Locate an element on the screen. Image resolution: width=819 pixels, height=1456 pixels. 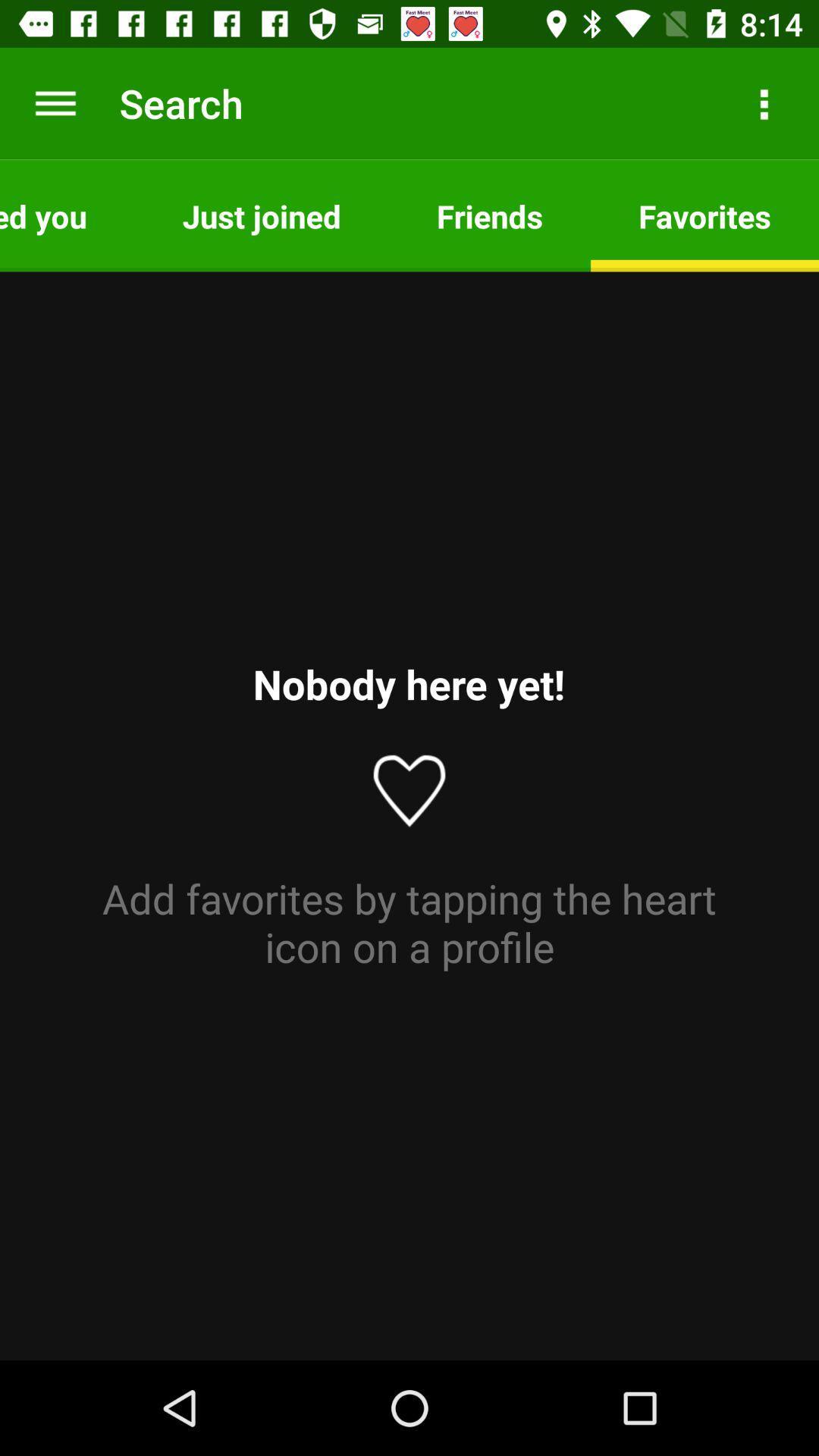
the friends app is located at coordinates (490, 215).